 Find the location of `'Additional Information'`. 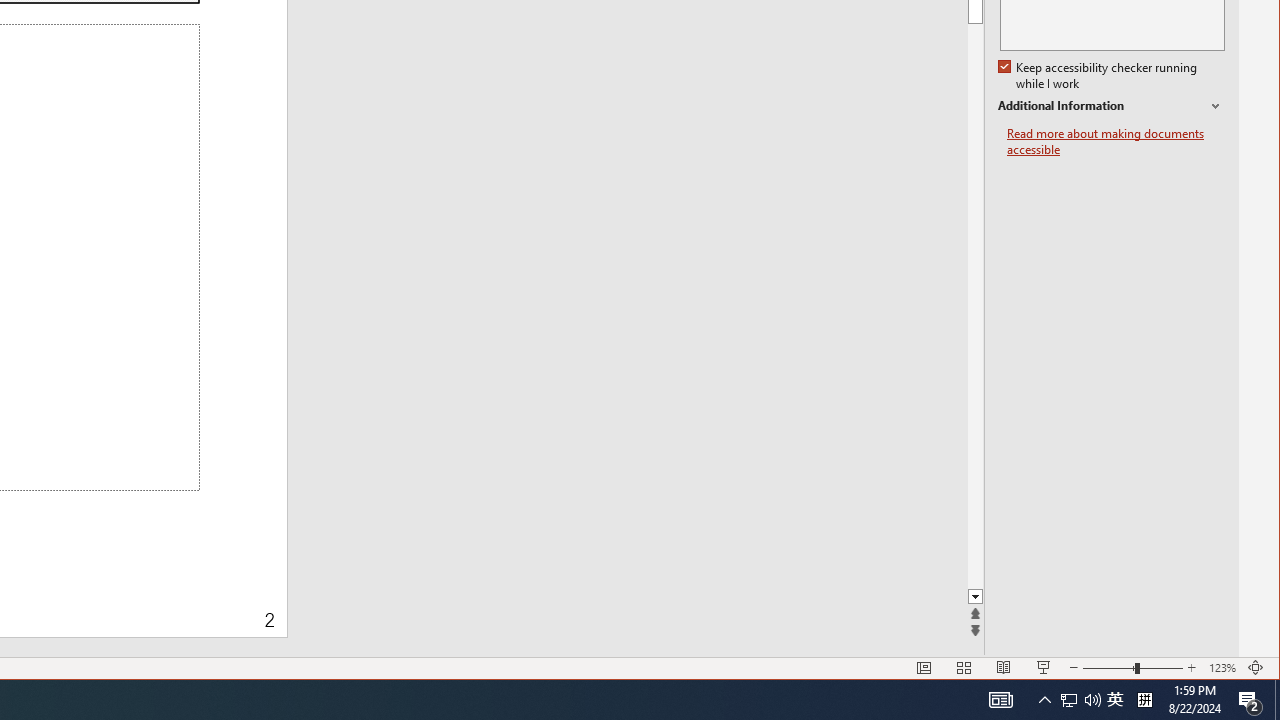

'Additional Information' is located at coordinates (1110, 106).